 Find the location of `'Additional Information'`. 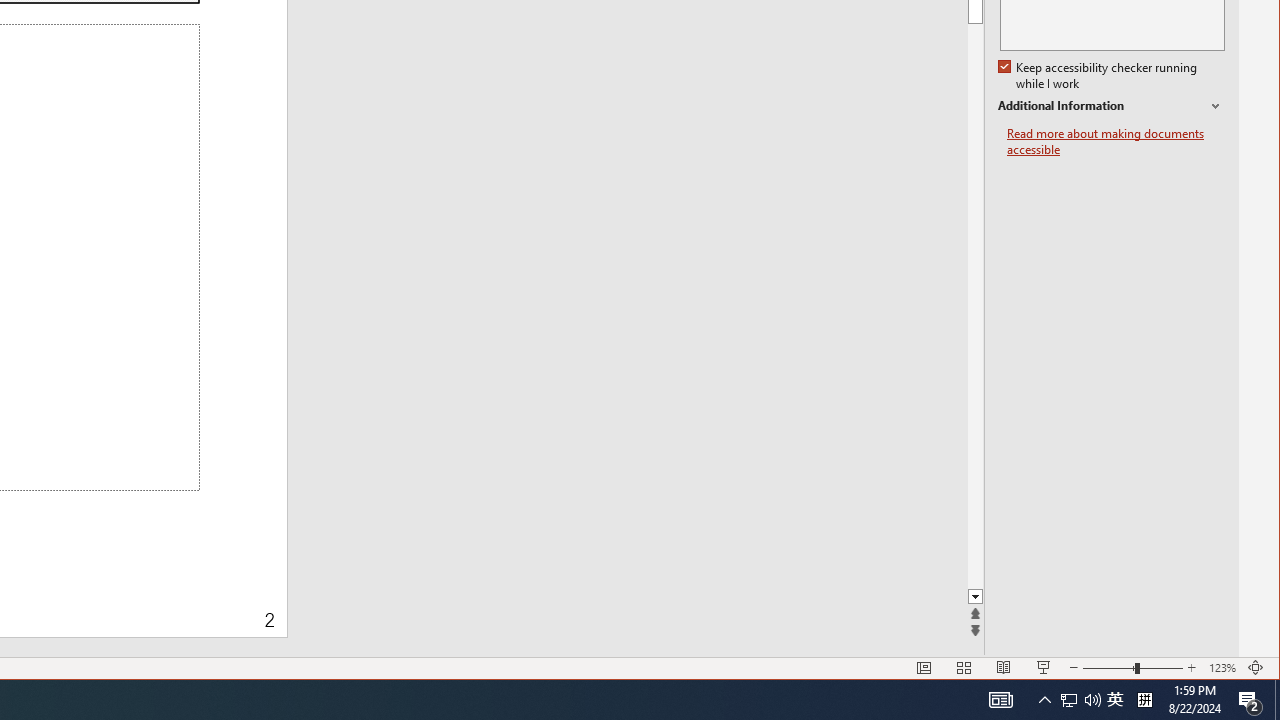

'Additional Information' is located at coordinates (1110, 106).